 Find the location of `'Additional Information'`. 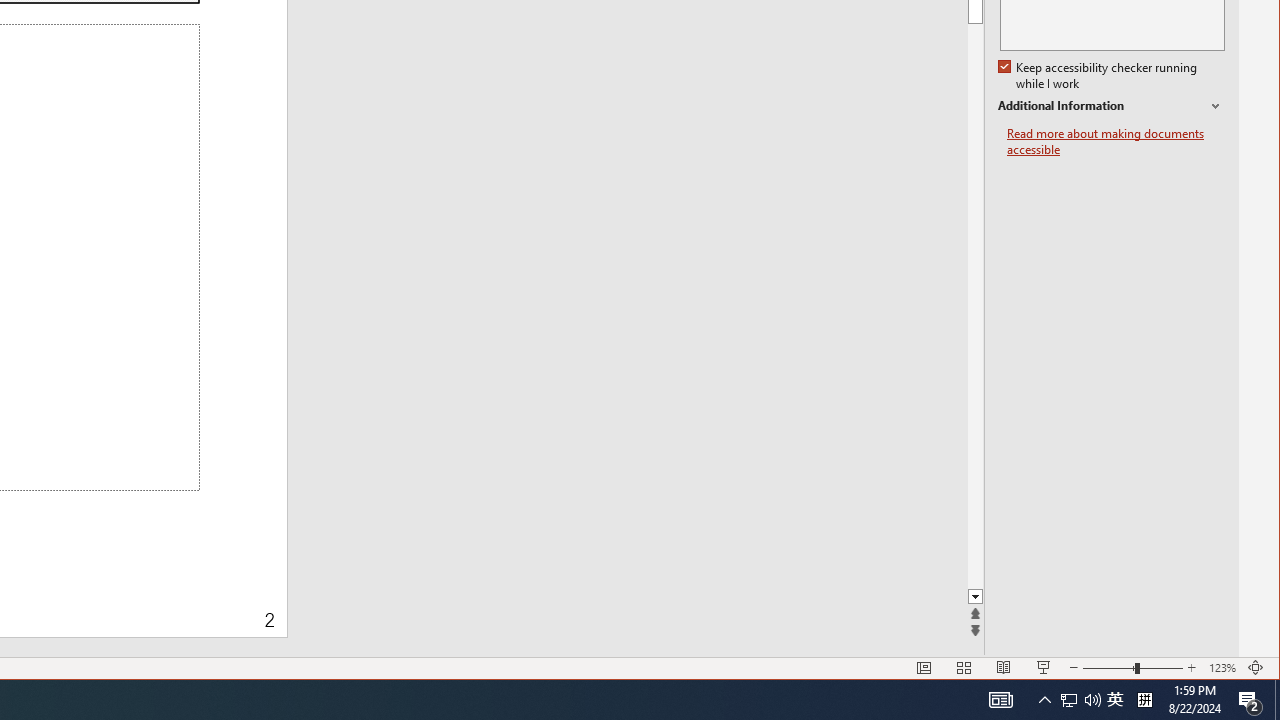

'Additional Information' is located at coordinates (1110, 106).